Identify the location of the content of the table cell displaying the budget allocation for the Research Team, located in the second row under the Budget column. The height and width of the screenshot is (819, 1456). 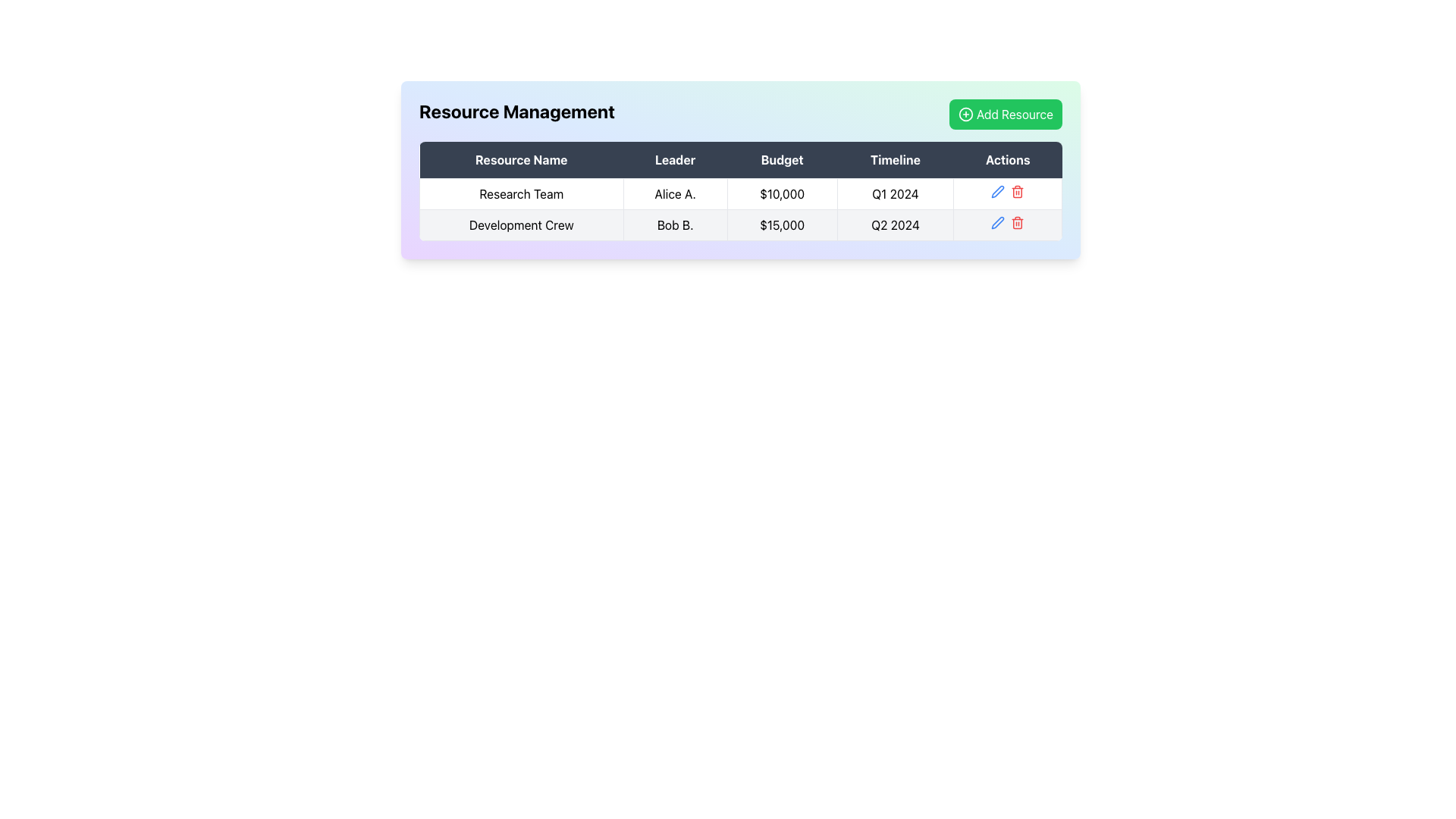
(741, 209).